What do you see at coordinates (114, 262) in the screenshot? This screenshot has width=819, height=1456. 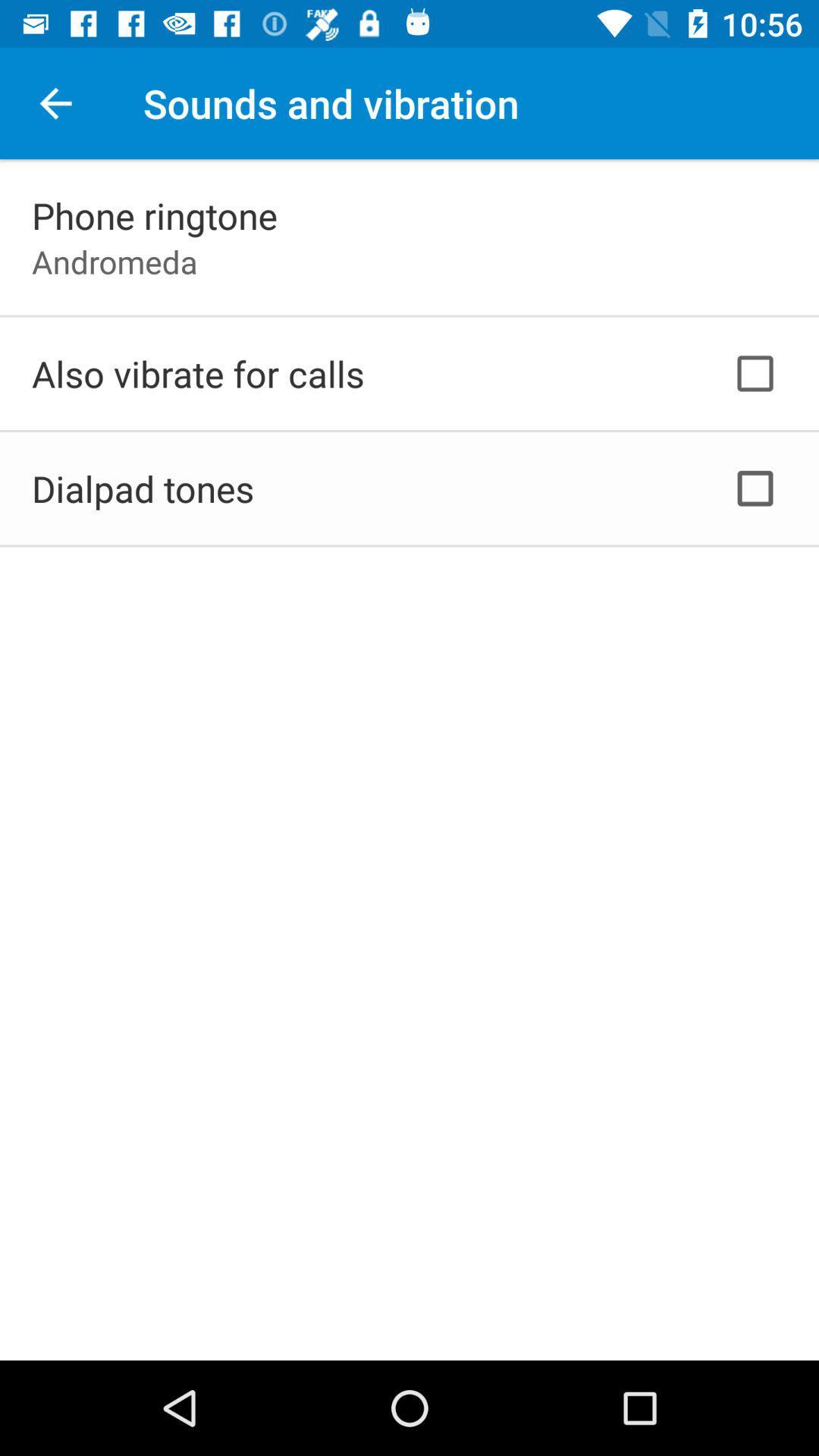 I see `the item below the phone ringtone app` at bounding box center [114, 262].